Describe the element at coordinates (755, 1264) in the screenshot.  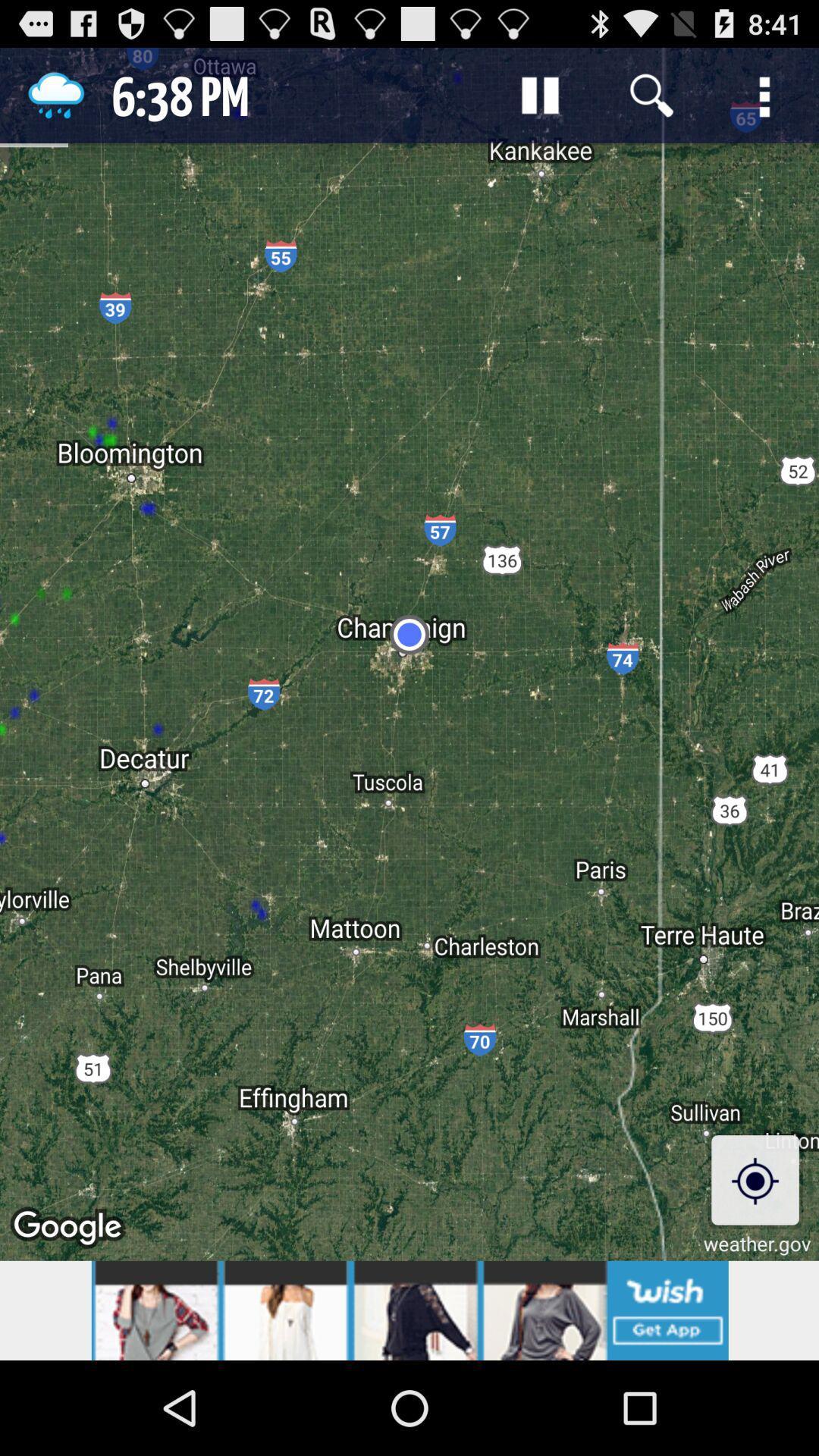
I see `the location_crosshair icon` at that location.